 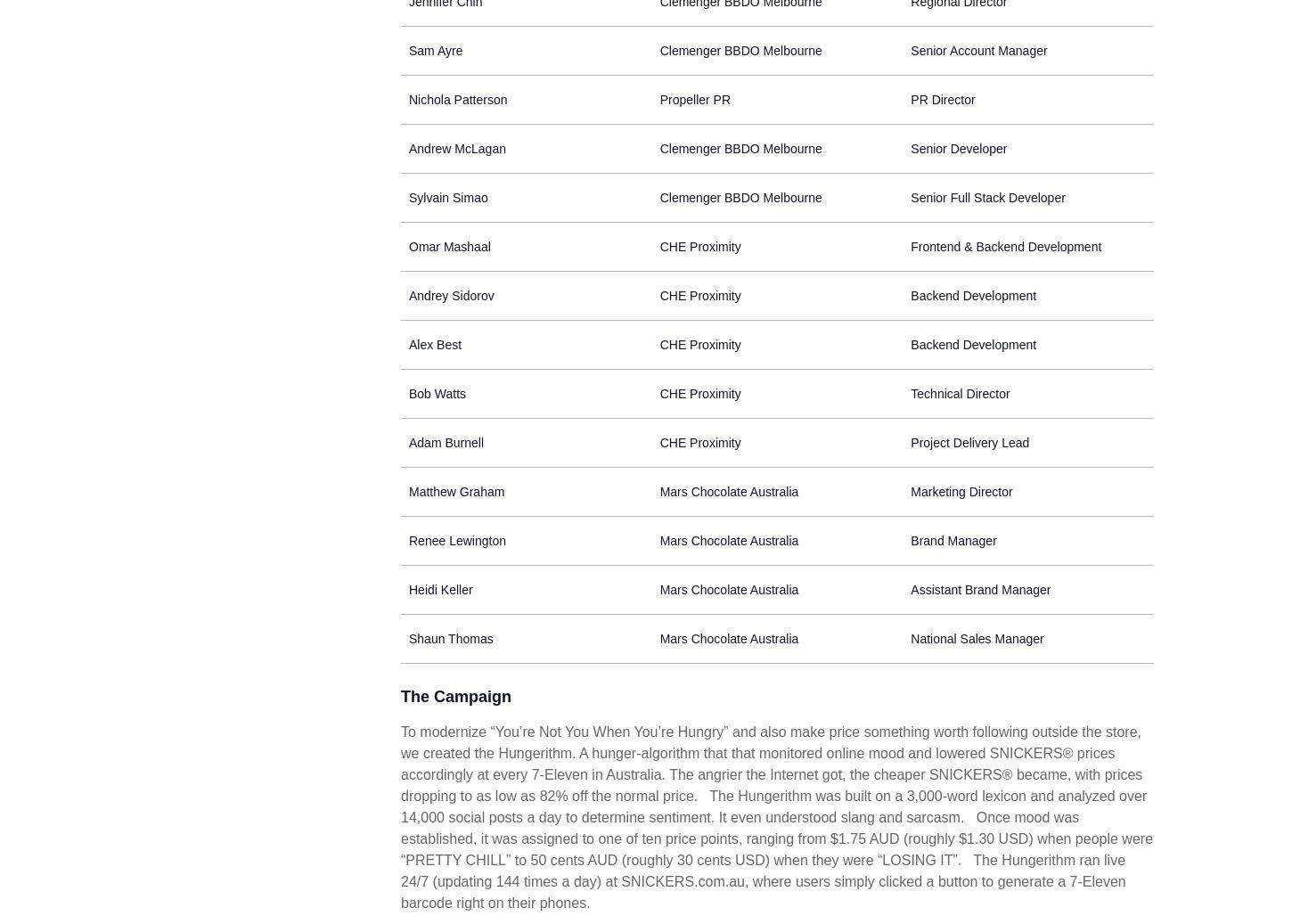 What do you see at coordinates (455, 697) in the screenshot?
I see `'The Campaign'` at bounding box center [455, 697].